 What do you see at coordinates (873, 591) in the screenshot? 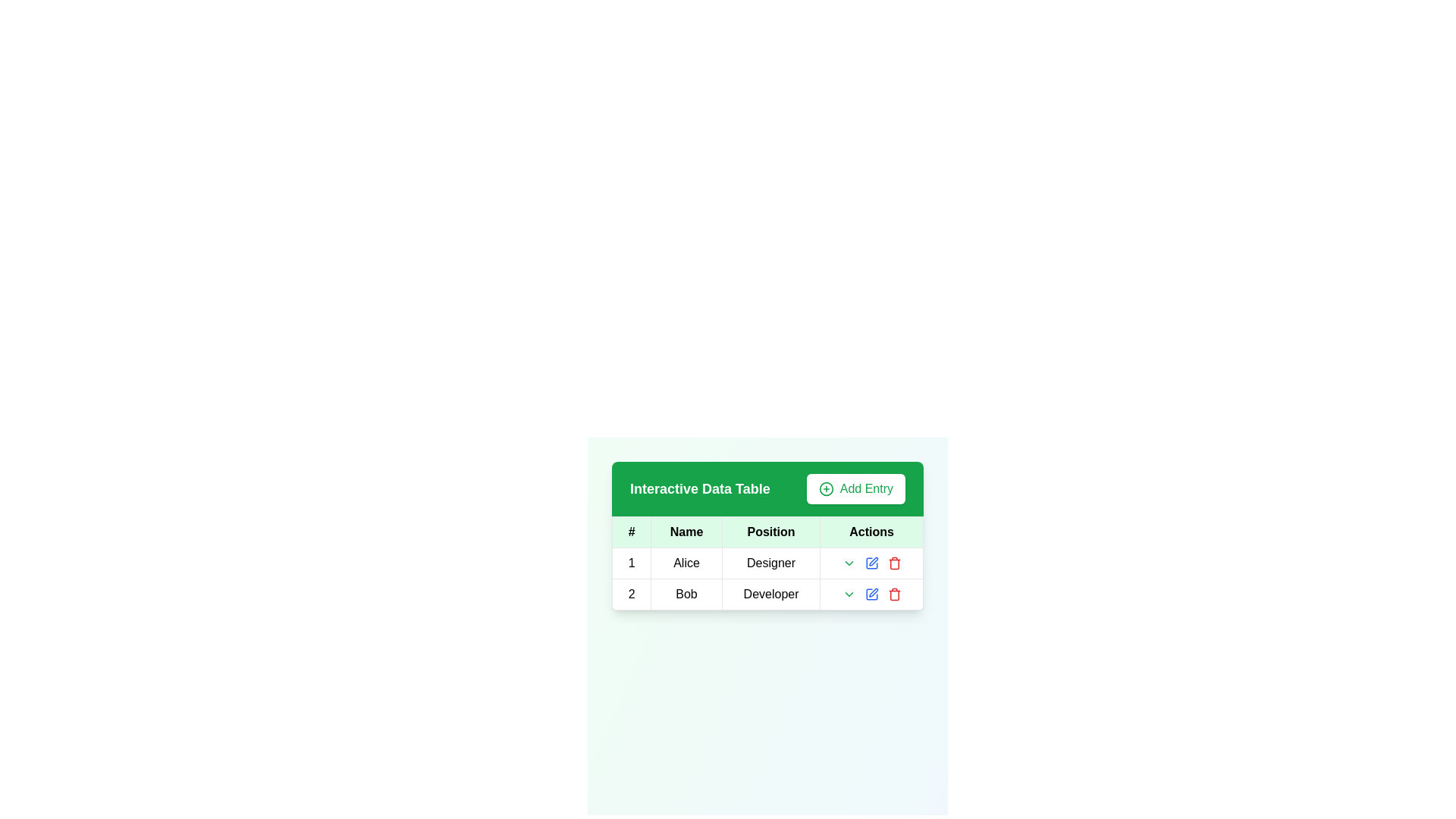
I see `the editing icon, which resembles a minimalist pen or pencil, located in the last column of the data table row` at bounding box center [873, 591].